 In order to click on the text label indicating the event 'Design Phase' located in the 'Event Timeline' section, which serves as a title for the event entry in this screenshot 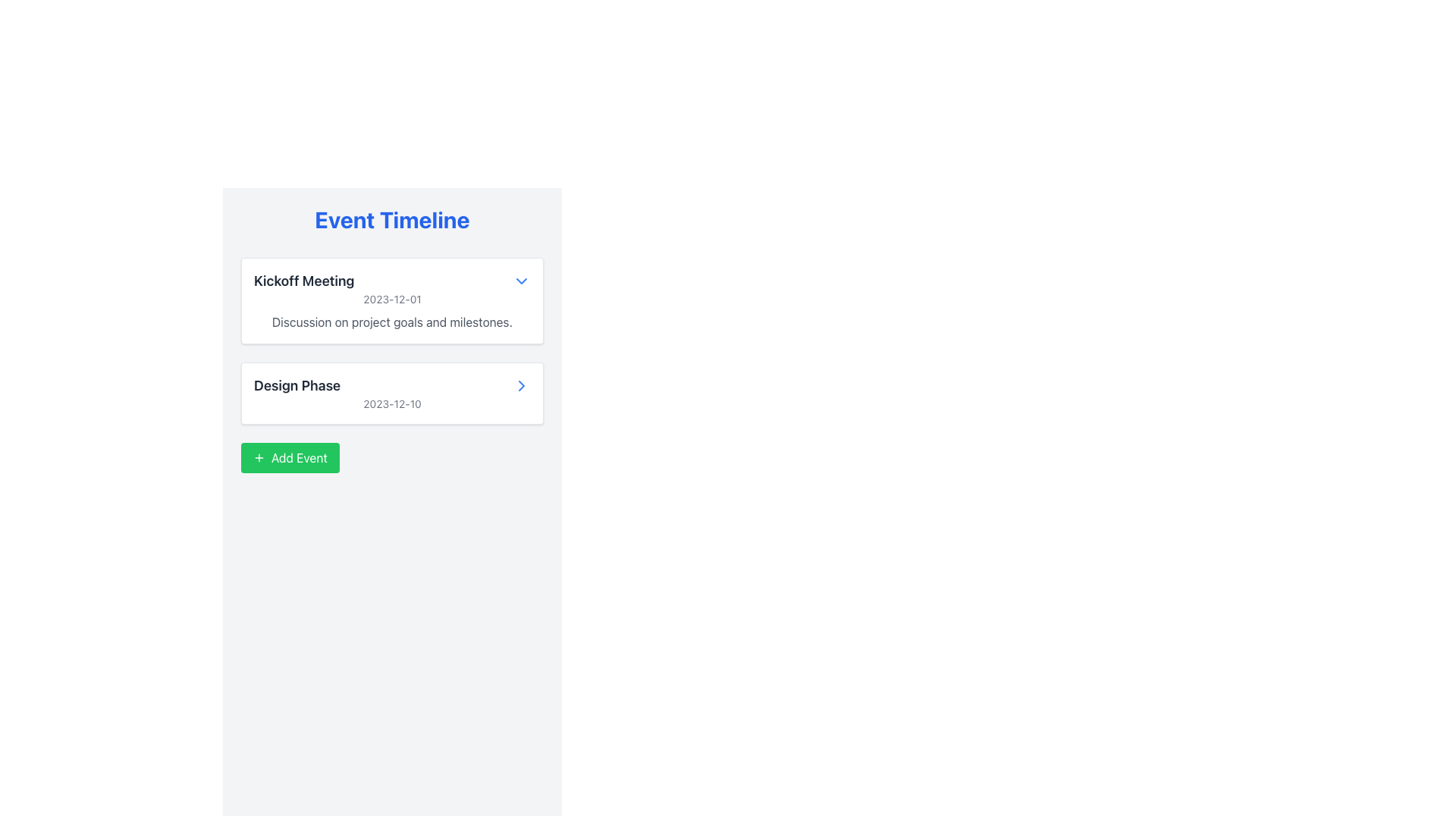, I will do `click(297, 385)`.